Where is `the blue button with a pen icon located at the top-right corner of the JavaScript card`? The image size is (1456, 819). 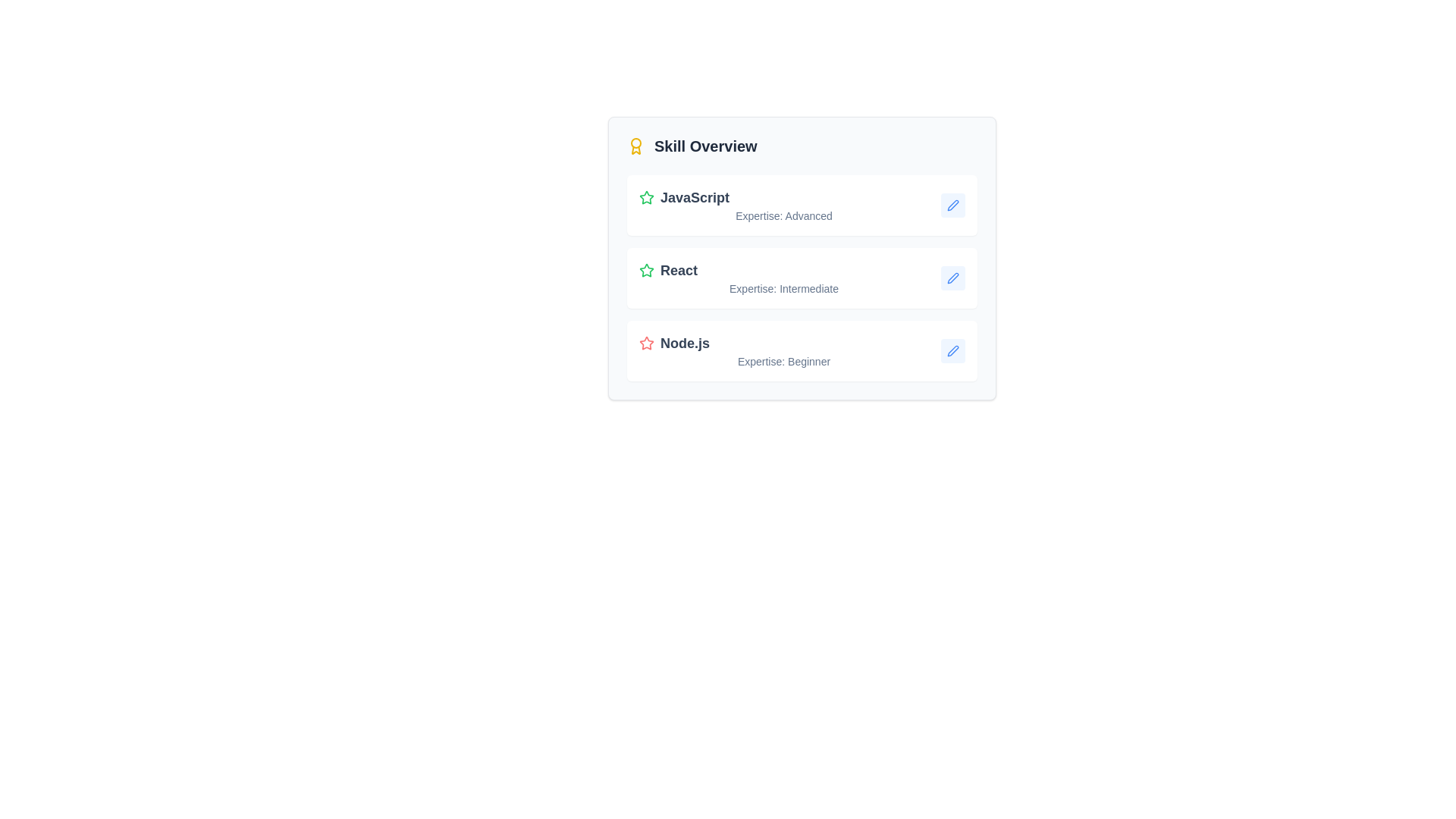
the blue button with a pen icon located at the top-right corner of the JavaScript card is located at coordinates (952, 205).